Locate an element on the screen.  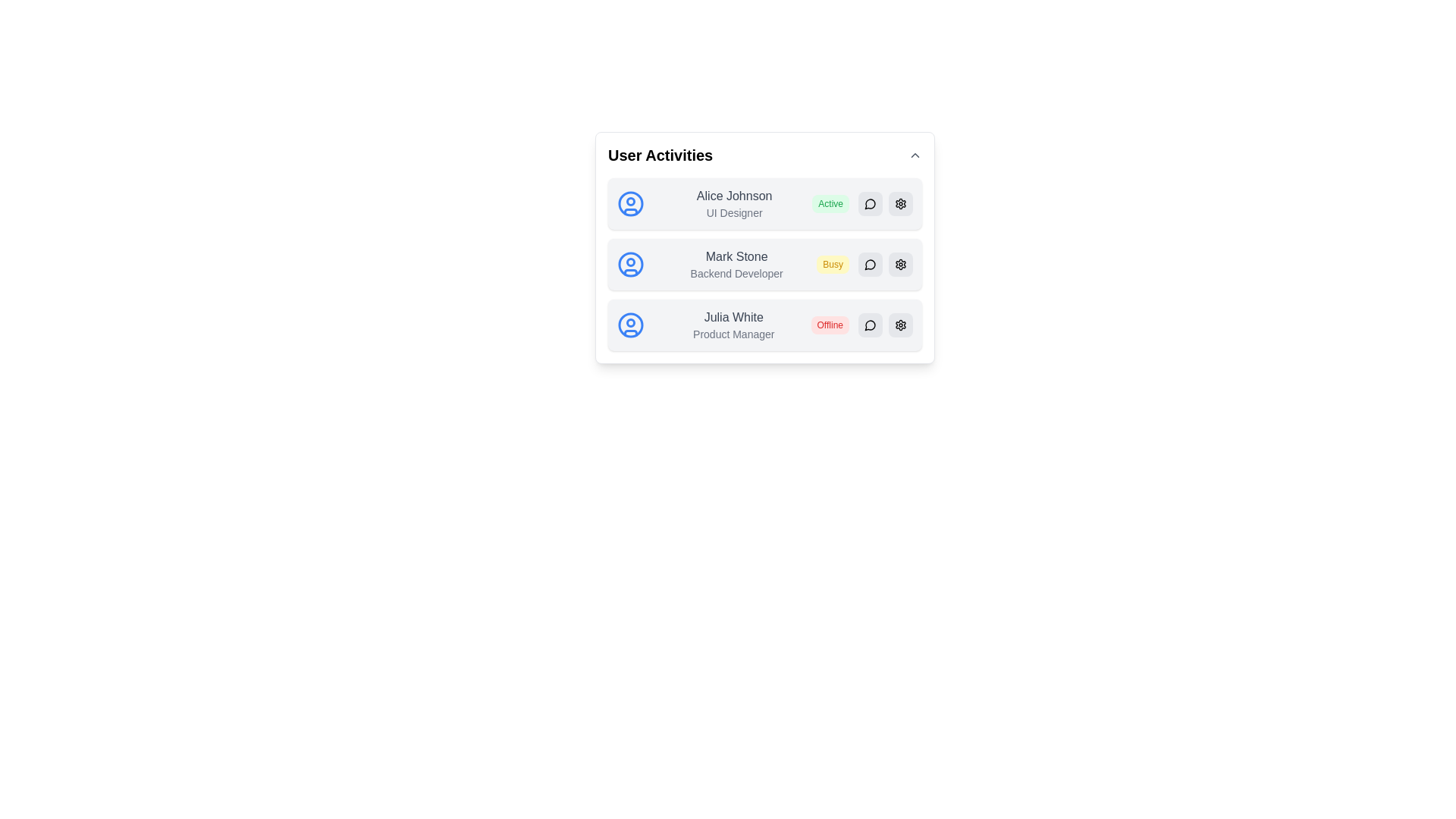
the toggle button located at the top-right corner of the 'User Activities' section is located at coordinates (914, 155).